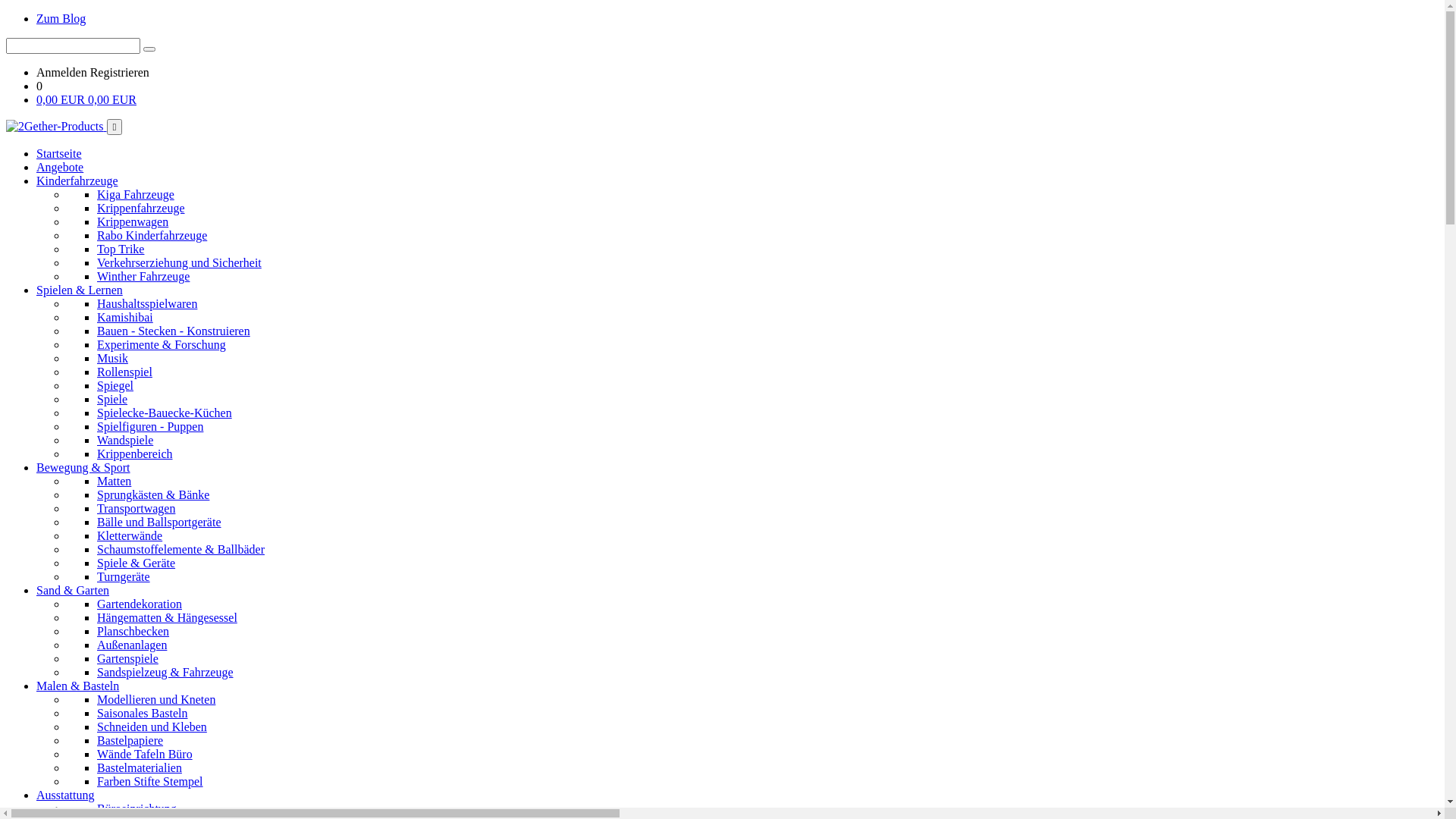  I want to click on 'Schneiden und Kleben', so click(96, 726).